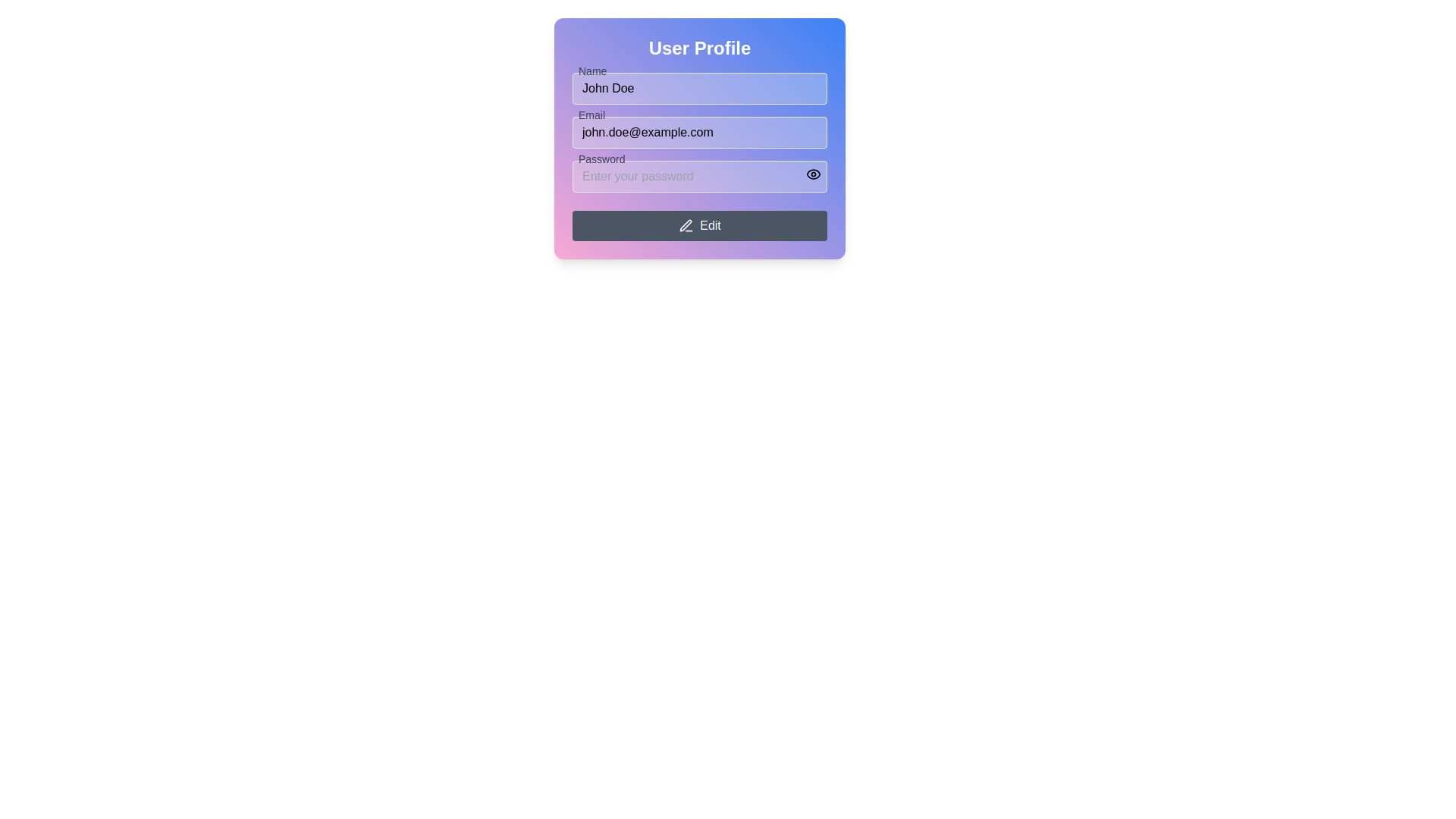 Image resolution: width=1456 pixels, height=819 pixels. Describe the element at coordinates (698, 175) in the screenshot. I see `the Password input field with visibility toggle located below the 'Email' input field and above the 'Edit' button in the user profile card to enable potential hover interactions` at that location.